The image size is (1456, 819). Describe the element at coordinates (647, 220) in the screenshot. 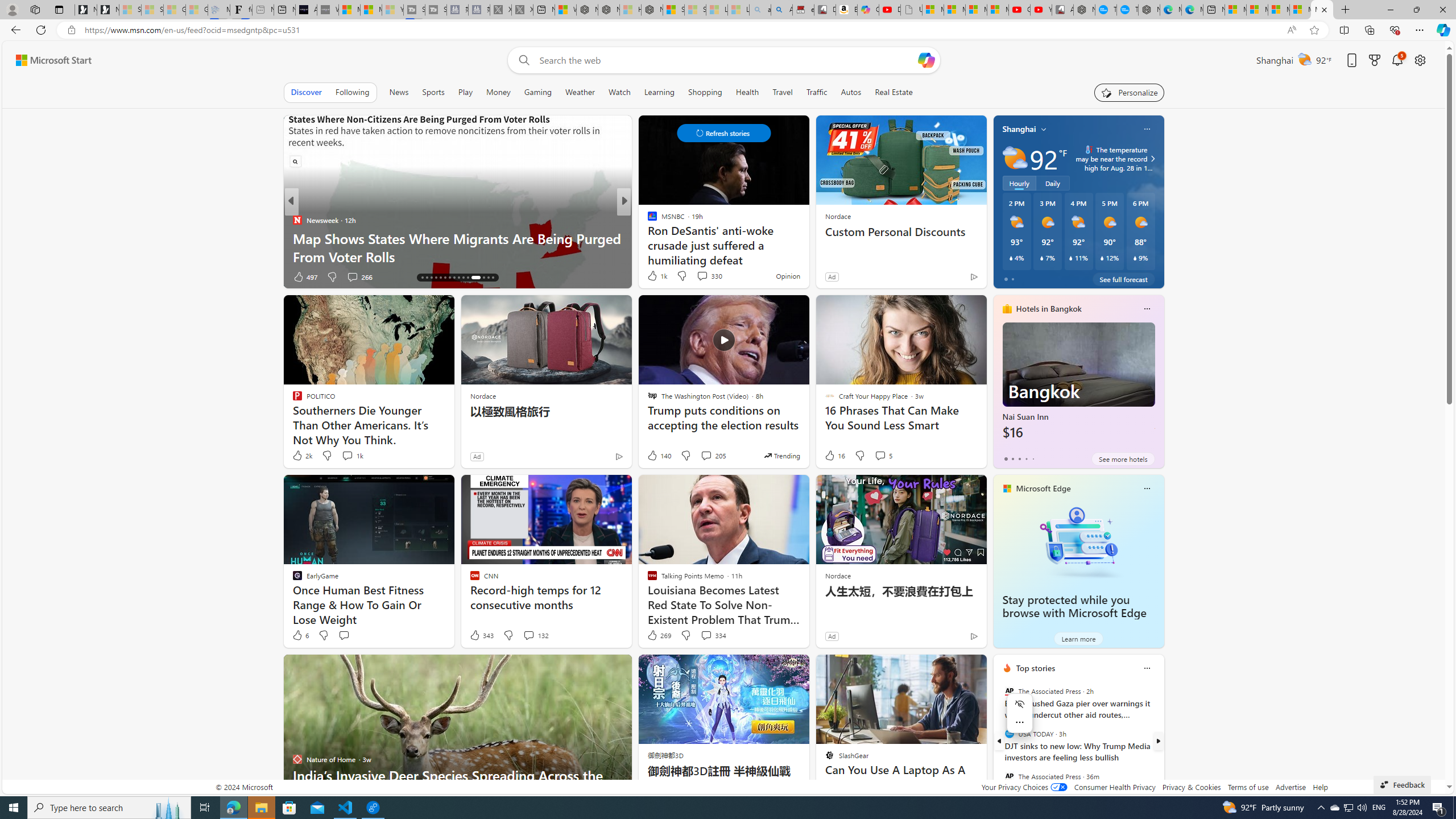

I see `'ABC News'` at that location.